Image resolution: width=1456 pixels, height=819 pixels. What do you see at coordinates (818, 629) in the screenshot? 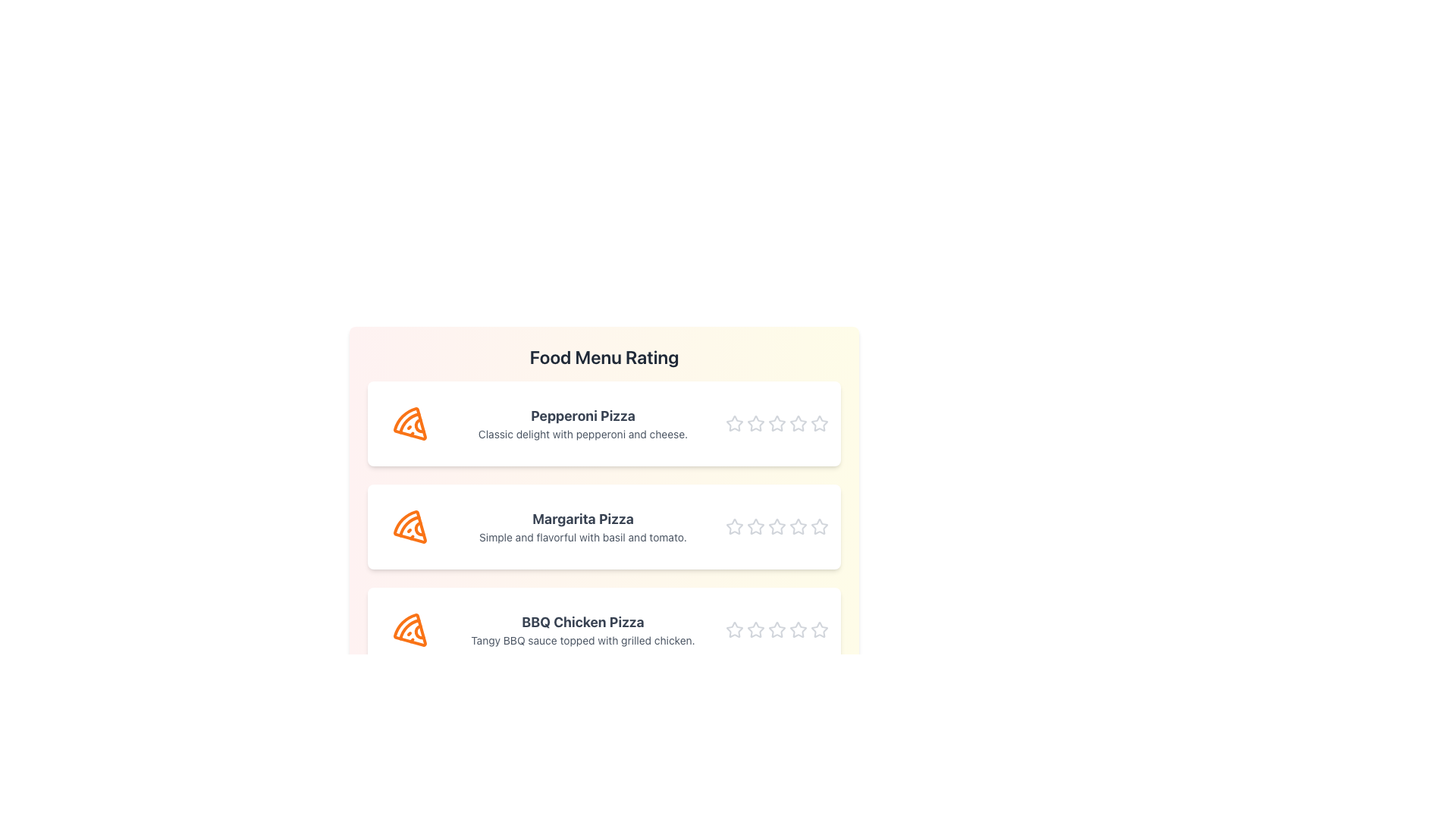
I see `the fifth star button in the rating scale for 'BBQ Chicken Pizza' in the 'Food Menu Rating' section to observe its interactive response` at bounding box center [818, 629].